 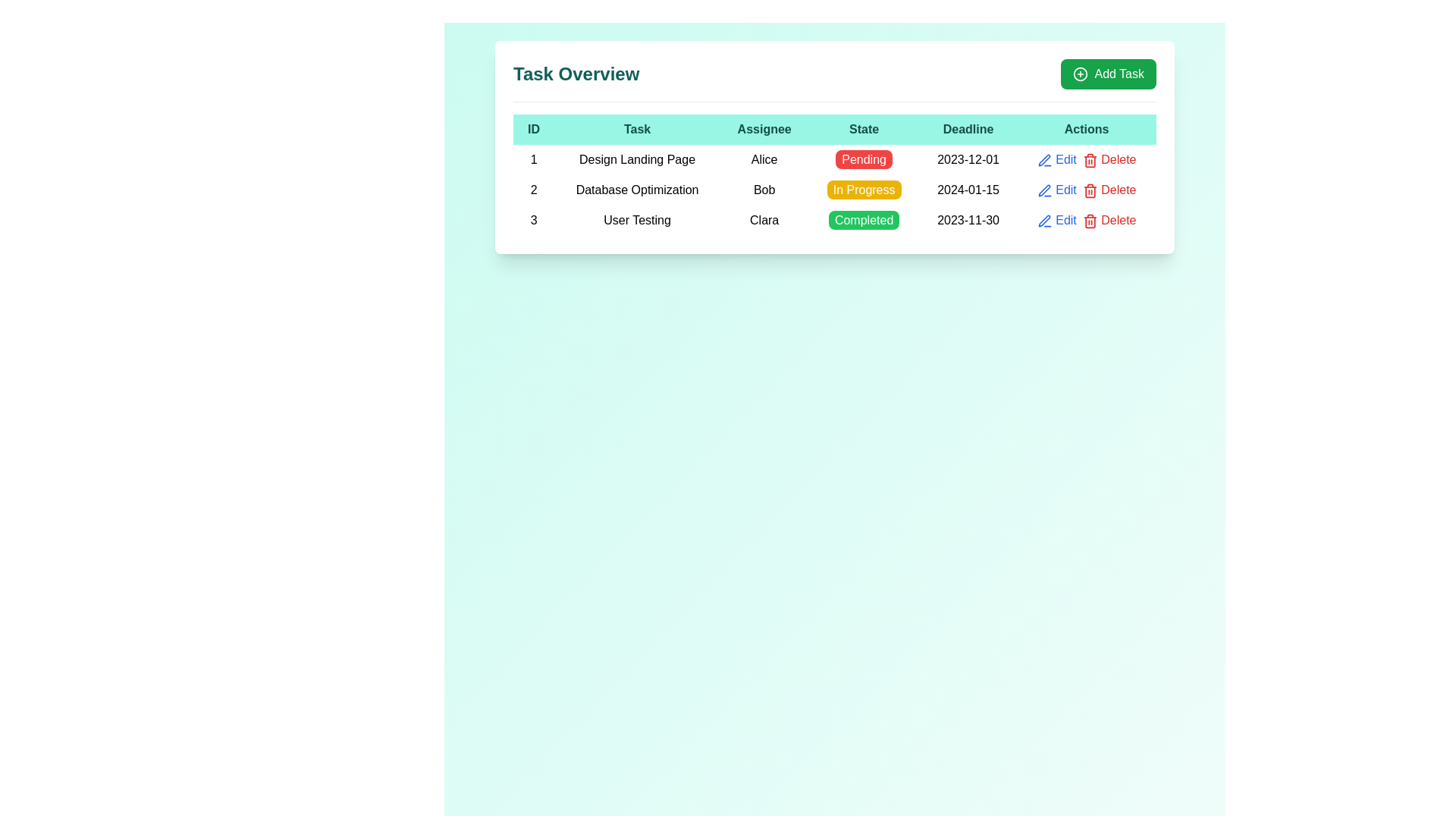 I want to click on the green 'Completed' status indicator button located in the third row of the table under the 'State' column, so click(x=833, y=220).